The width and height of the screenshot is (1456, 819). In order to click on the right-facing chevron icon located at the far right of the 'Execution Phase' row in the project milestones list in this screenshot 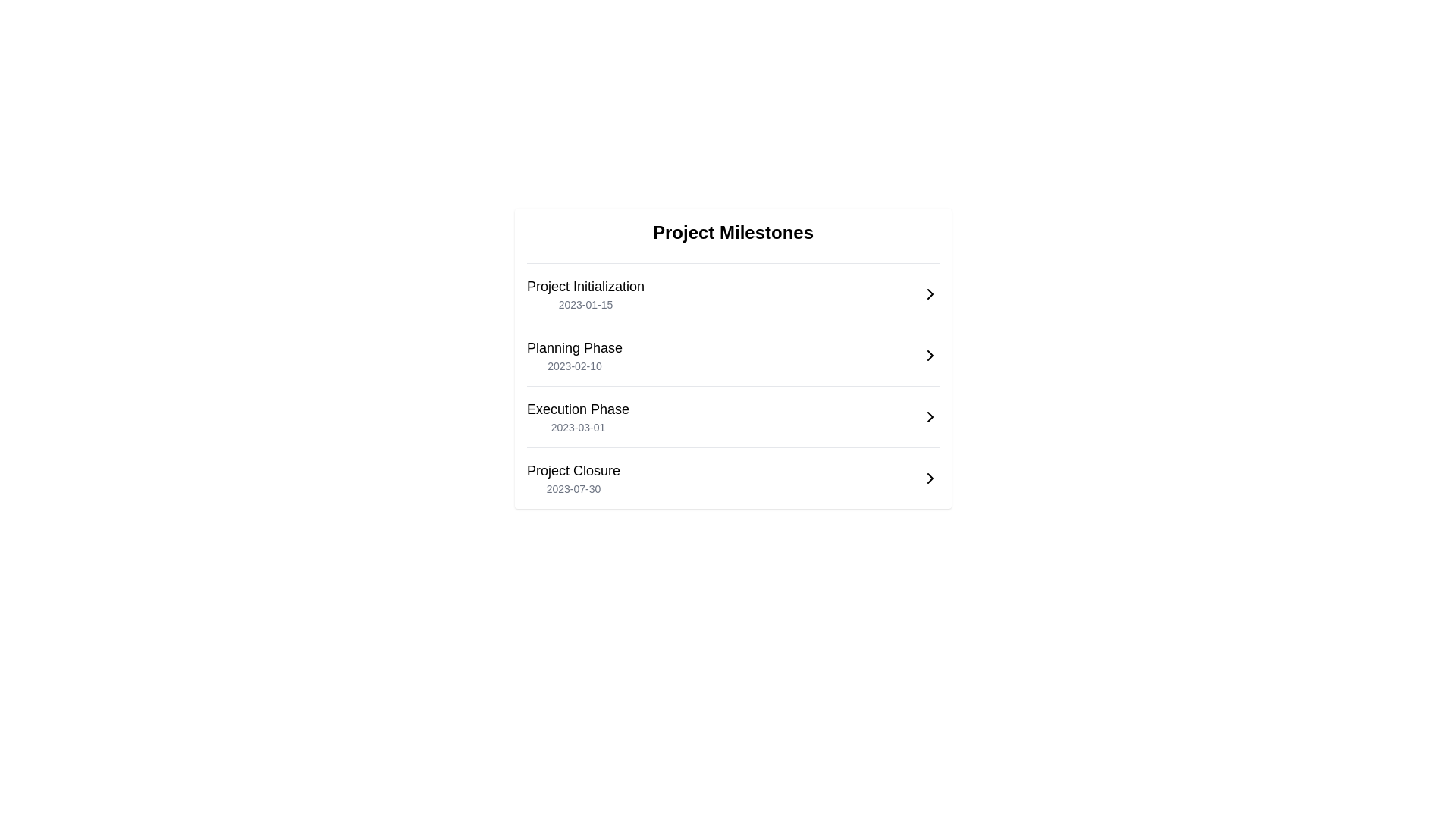, I will do `click(930, 417)`.